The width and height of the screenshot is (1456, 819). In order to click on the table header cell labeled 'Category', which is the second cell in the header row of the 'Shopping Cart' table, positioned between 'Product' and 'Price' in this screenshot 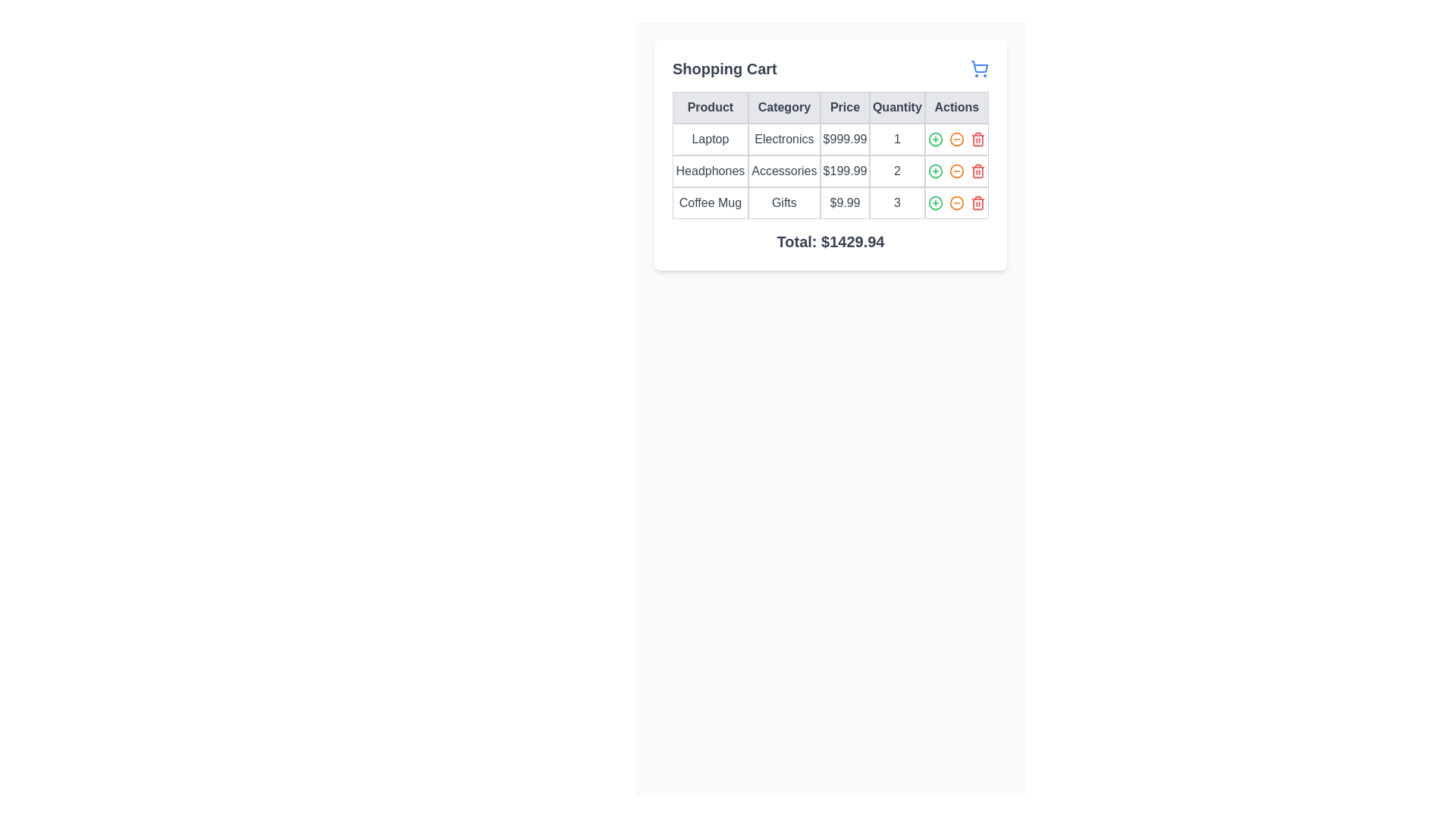, I will do `click(784, 107)`.